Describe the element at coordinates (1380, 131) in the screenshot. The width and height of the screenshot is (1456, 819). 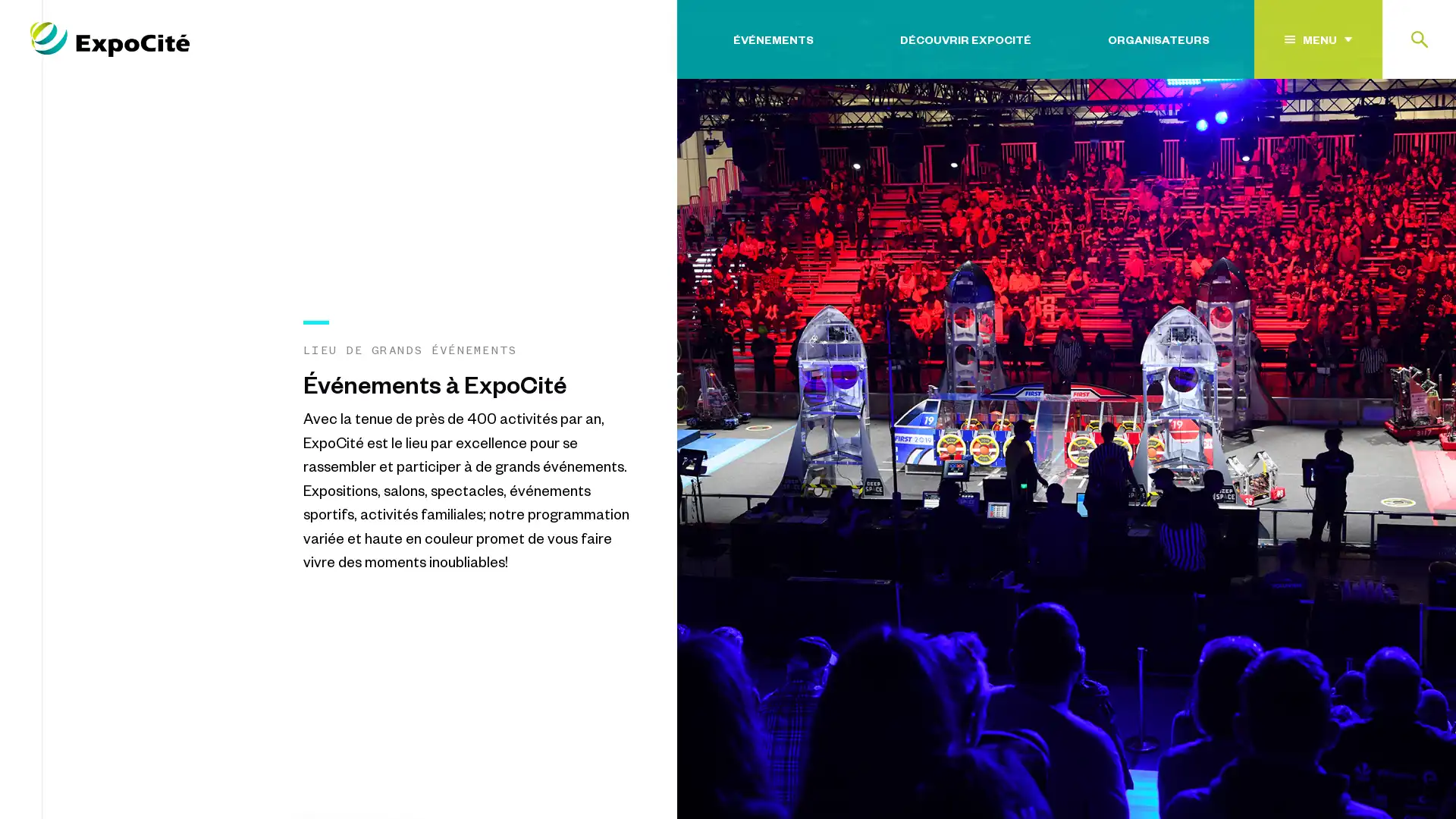
I see `TROUVER` at that location.